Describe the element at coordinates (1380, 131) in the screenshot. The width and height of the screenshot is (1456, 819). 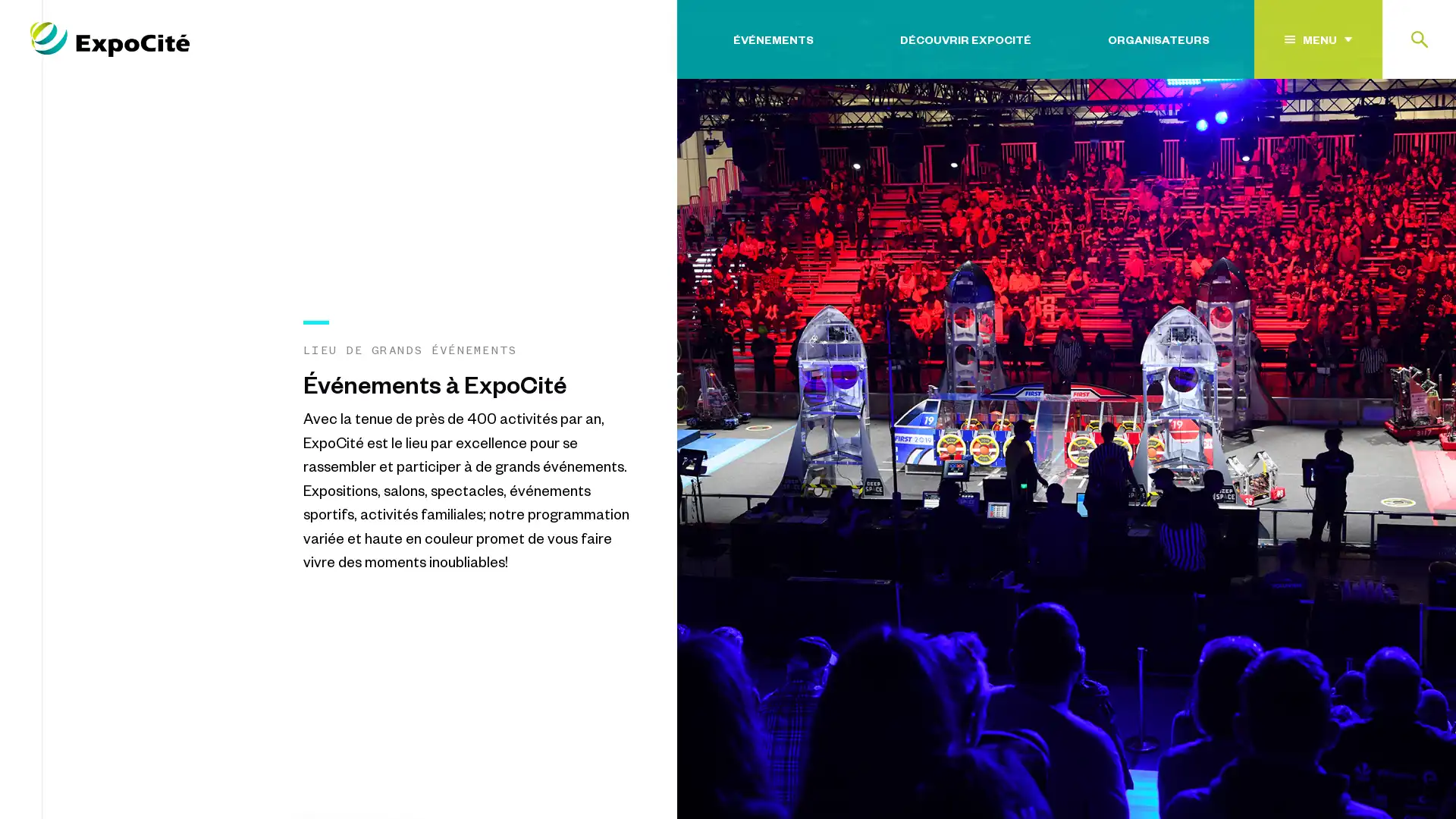
I see `TROUVER` at that location.